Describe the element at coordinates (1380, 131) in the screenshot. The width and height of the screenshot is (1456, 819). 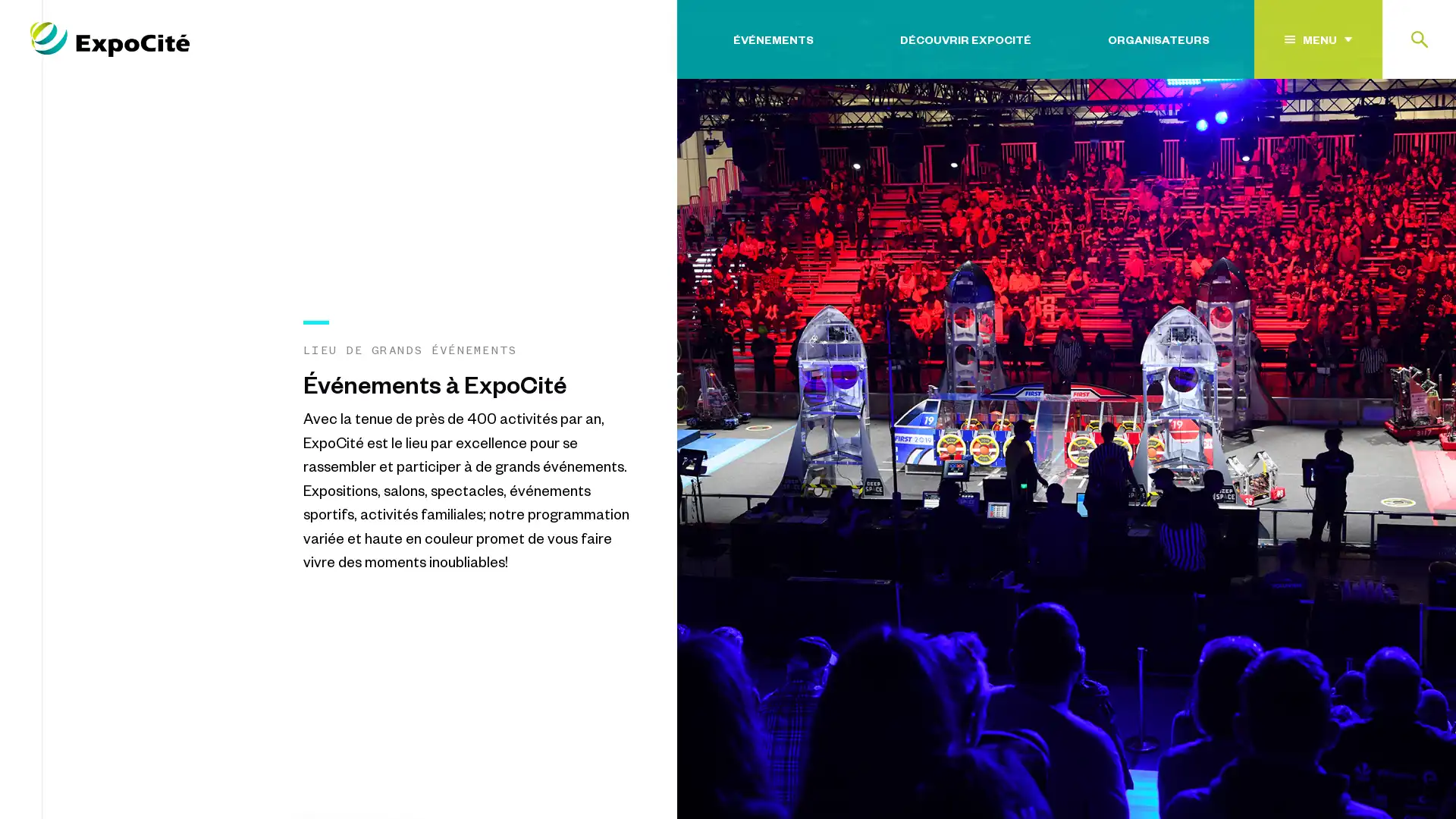
I see `TROUVER` at that location.